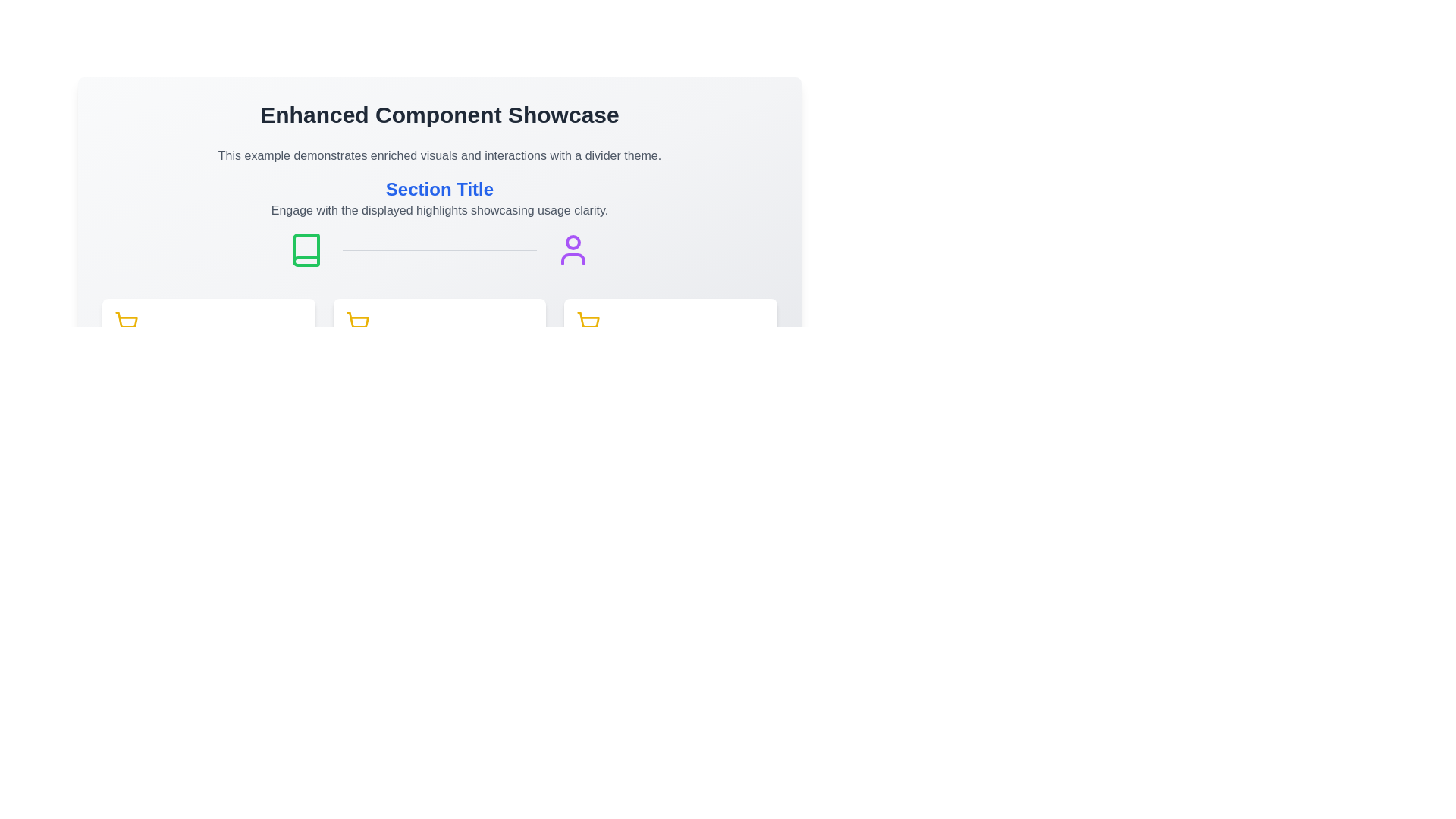 The height and width of the screenshot is (819, 1456). Describe the element at coordinates (305, 249) in the screenshot. I see `the book icon located centrally below the 'Section Title'` at that location.